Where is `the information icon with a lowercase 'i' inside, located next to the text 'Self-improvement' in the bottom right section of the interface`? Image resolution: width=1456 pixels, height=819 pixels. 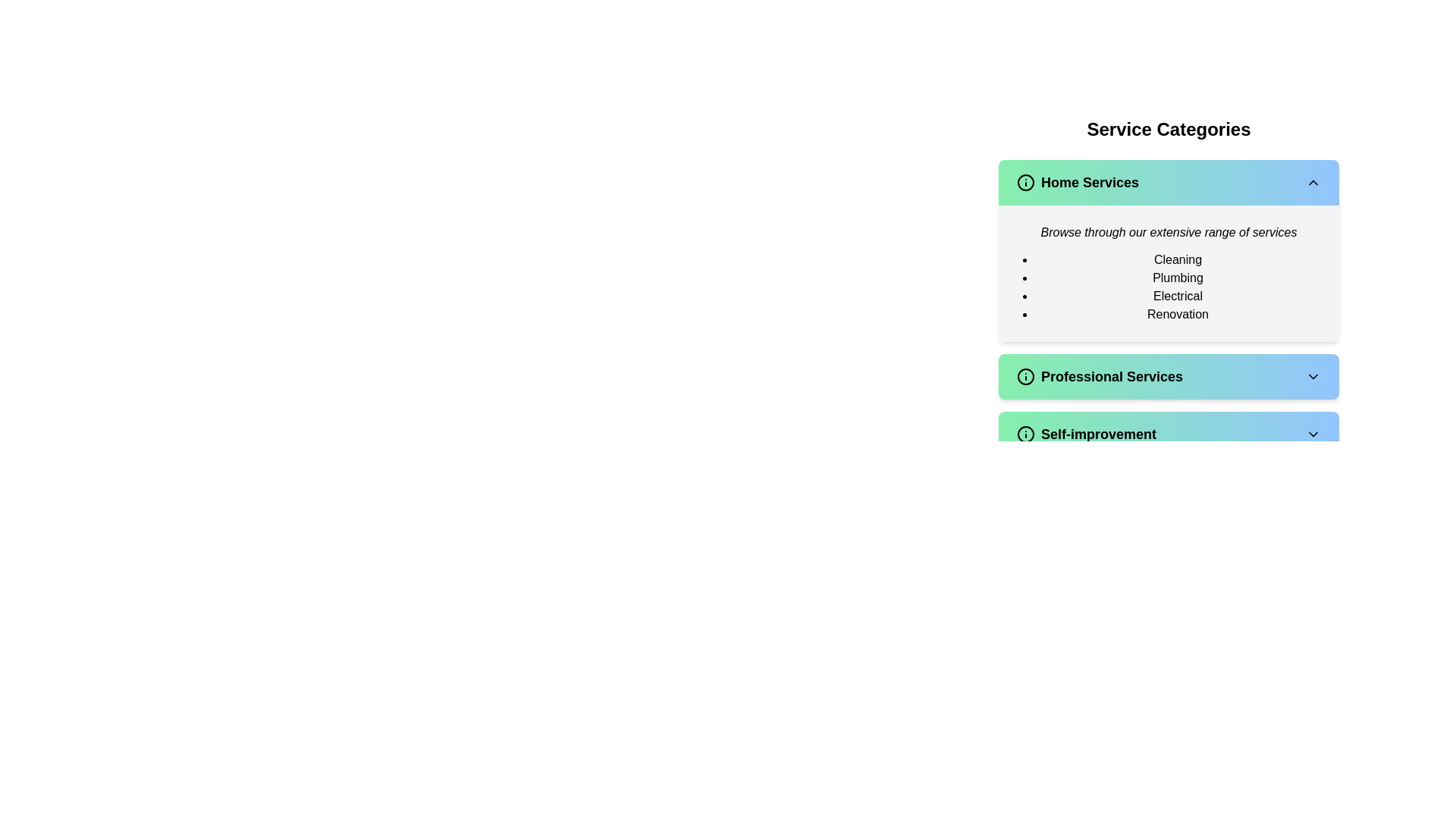 the information icon with a lowercase 'i' inside, located next to the text 'Self-improvement' in the bottom right section of the interface is located at coordinates (1026, 435).